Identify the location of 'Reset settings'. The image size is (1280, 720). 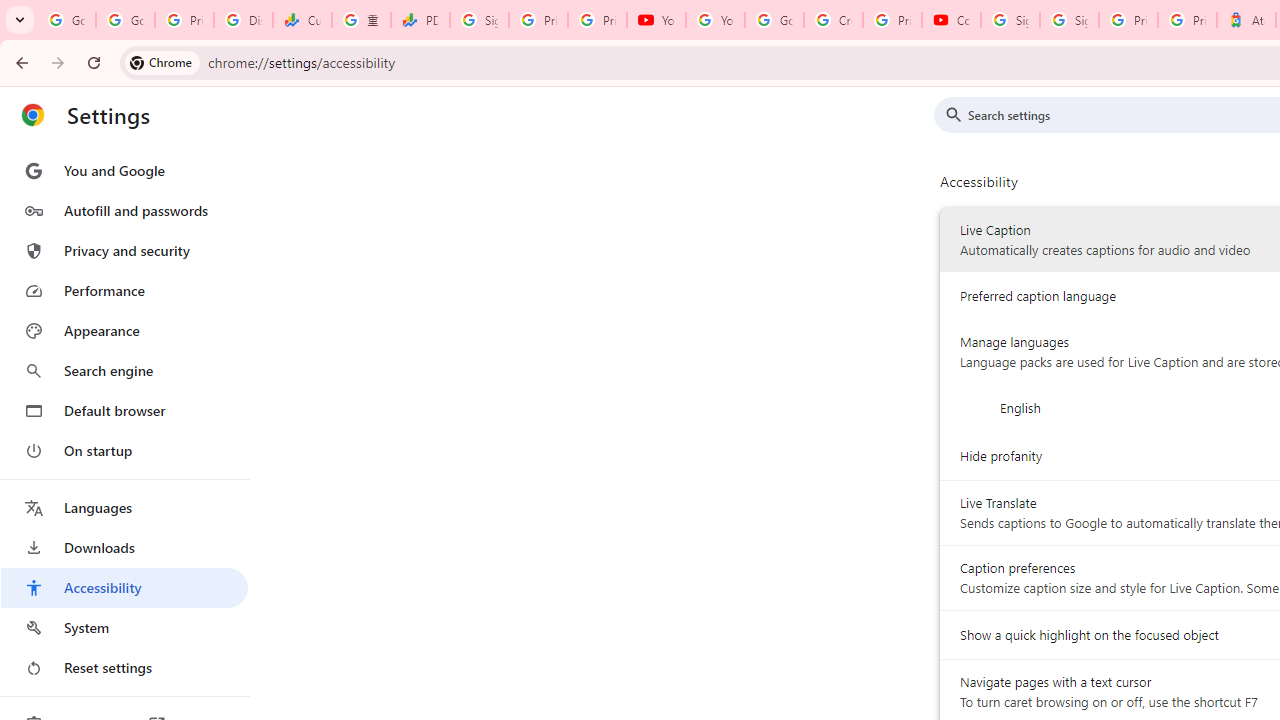
(123, 668).